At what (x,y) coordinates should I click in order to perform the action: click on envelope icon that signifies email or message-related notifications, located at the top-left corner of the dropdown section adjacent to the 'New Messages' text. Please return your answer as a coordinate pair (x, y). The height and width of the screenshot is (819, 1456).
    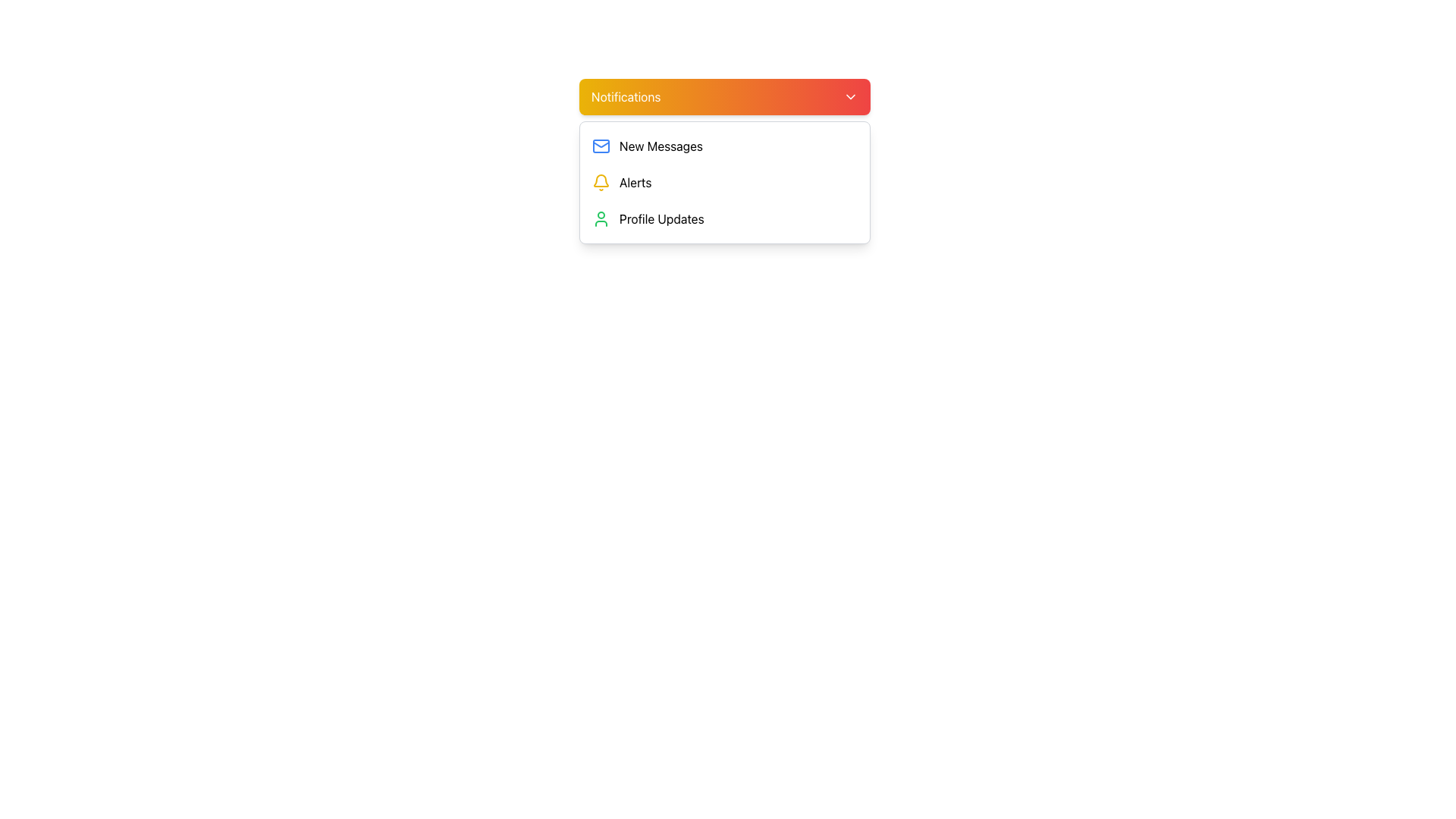
    Looking at the image, I should click on (600, 146).